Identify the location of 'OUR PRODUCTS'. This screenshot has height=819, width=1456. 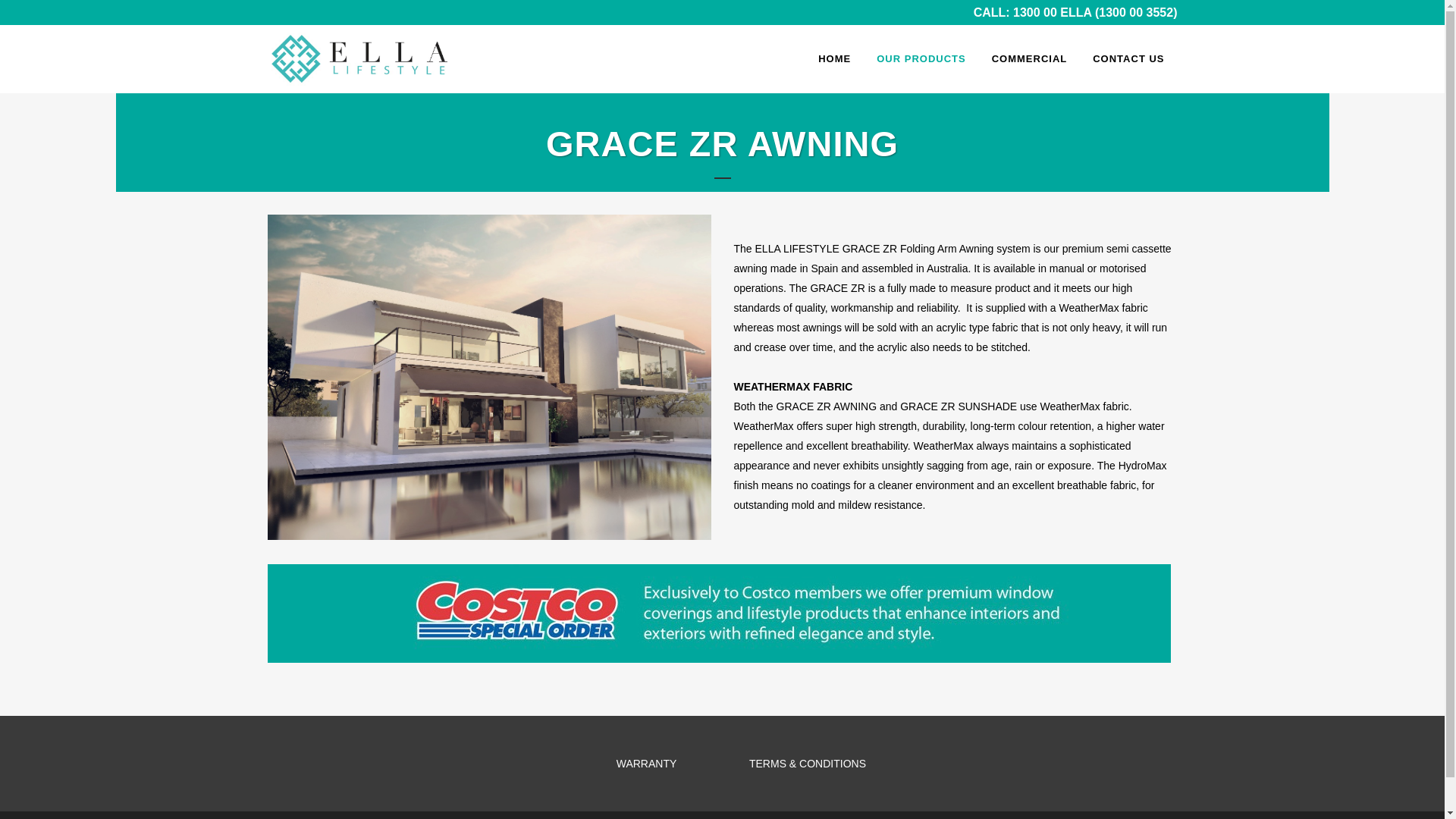
(920, 58).